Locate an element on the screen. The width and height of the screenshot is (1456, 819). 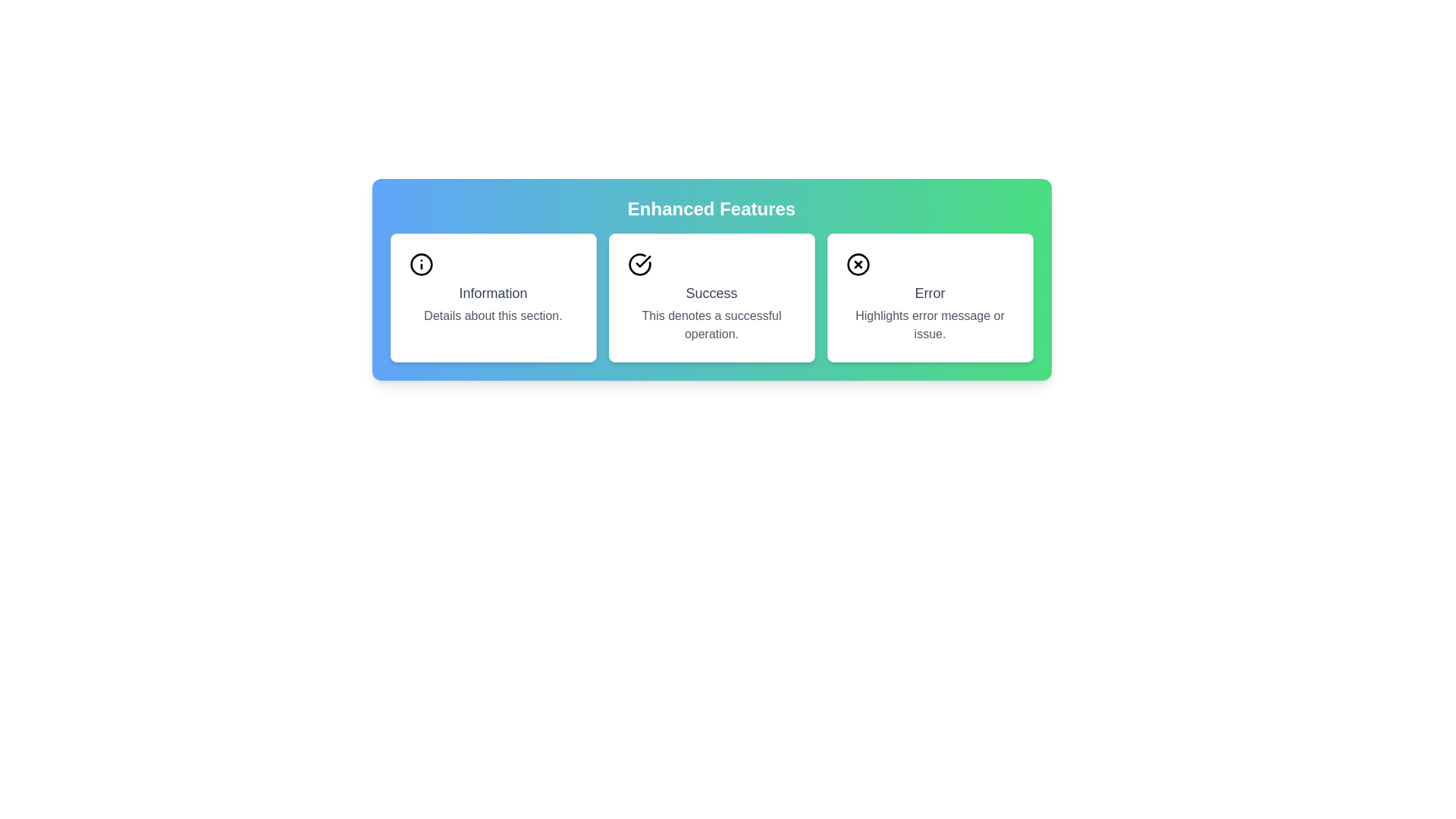
the circular boundary representing a close or error icon in the rightmost card under the header 'Enhanced Features' is located at coordinates (858, 263).